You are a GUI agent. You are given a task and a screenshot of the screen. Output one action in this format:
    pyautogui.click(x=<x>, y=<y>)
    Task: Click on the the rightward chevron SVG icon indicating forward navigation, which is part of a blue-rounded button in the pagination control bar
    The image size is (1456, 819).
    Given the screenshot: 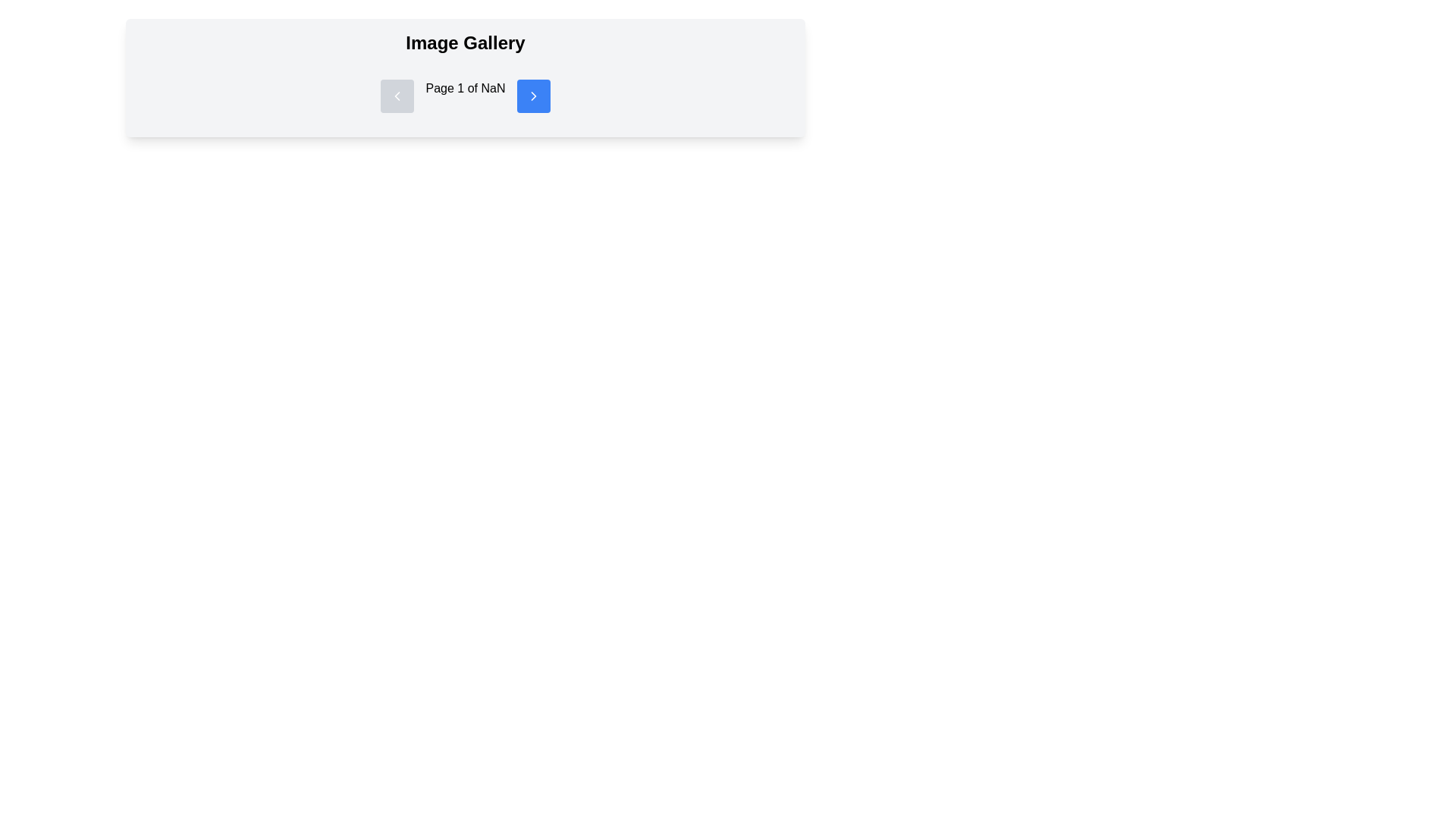 What is the action you would take?
    pyautogui.click(x=534, y=96)
    